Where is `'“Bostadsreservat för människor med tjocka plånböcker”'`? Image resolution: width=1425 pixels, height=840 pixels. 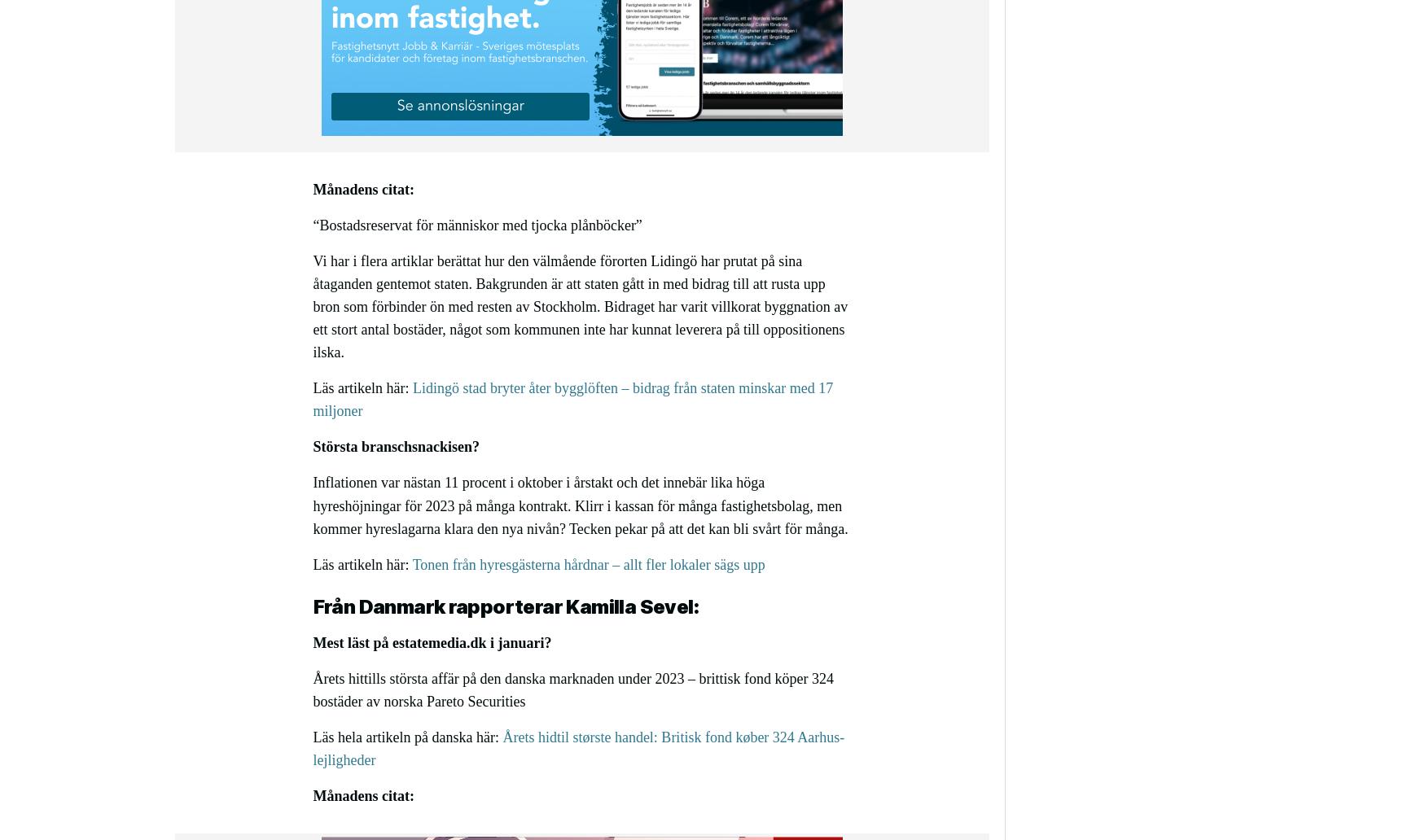
'“Bostadsreservat för människor med tjocka plånböcker”' is located at coordinates (477, 224).